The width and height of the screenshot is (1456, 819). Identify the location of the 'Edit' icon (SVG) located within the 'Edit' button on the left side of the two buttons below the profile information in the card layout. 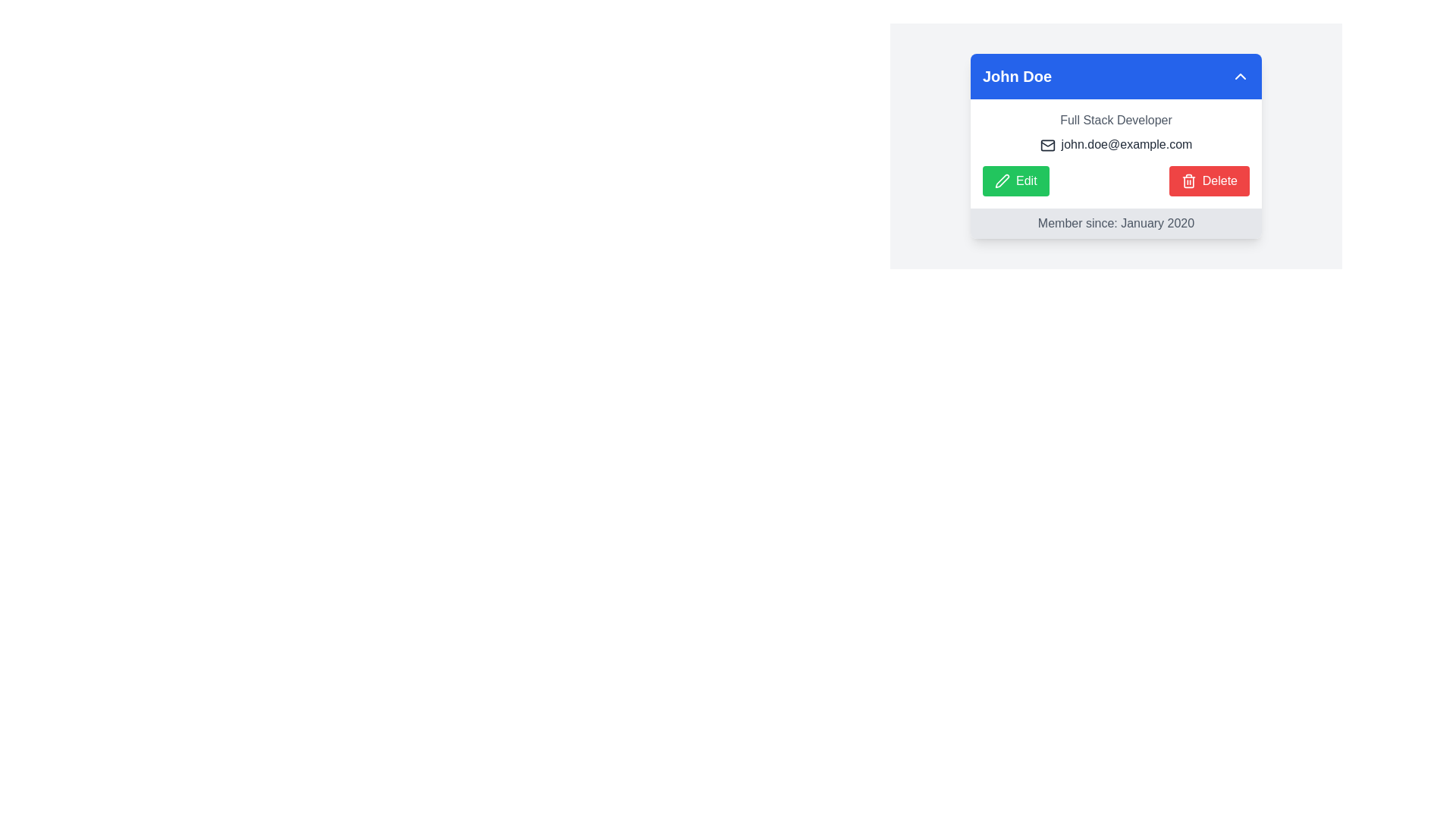
(1002, 180).